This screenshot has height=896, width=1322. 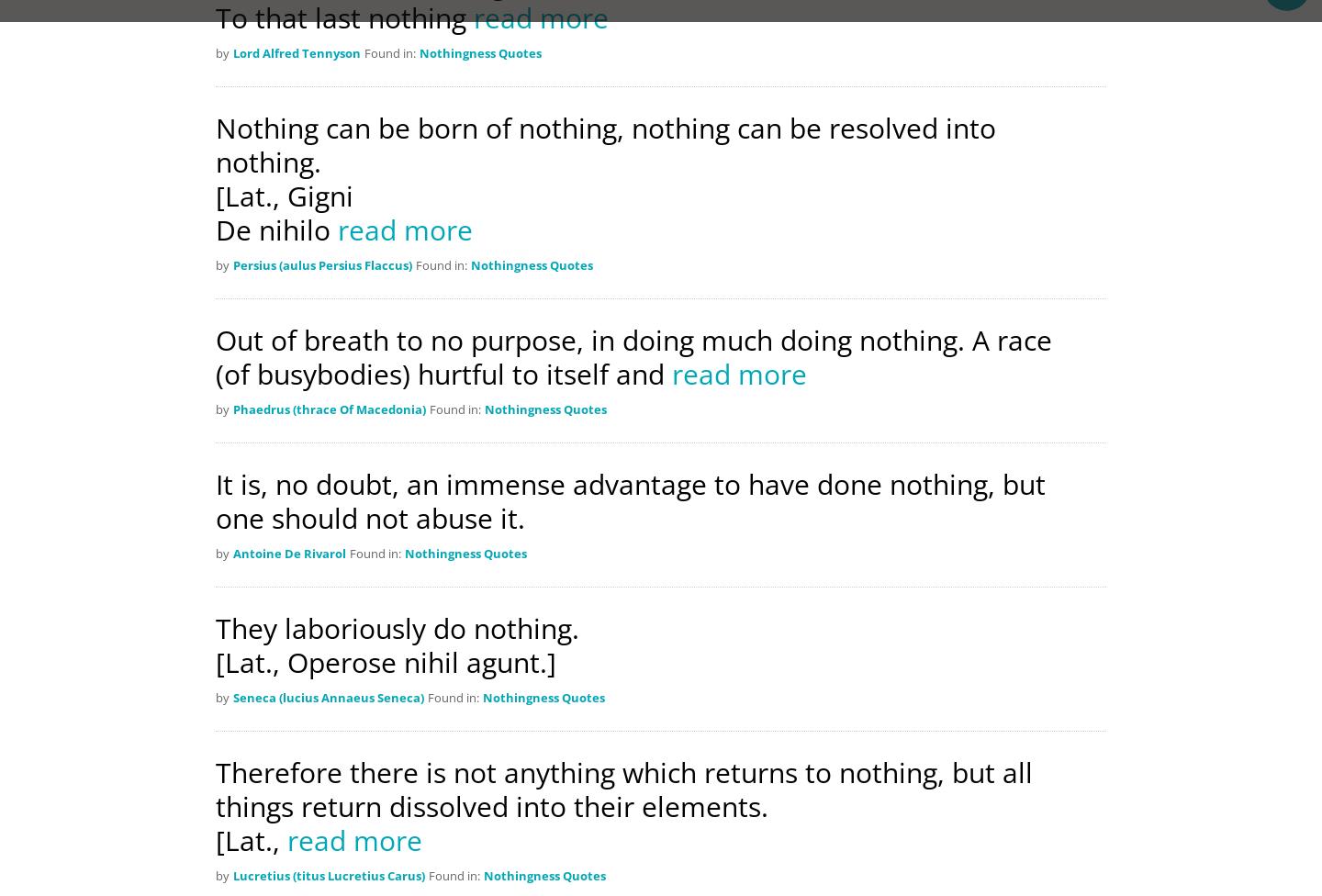 I want to click on 'Out of breath to no purpose, in doing much doing nothing. A race', so click(x=216, y=339).